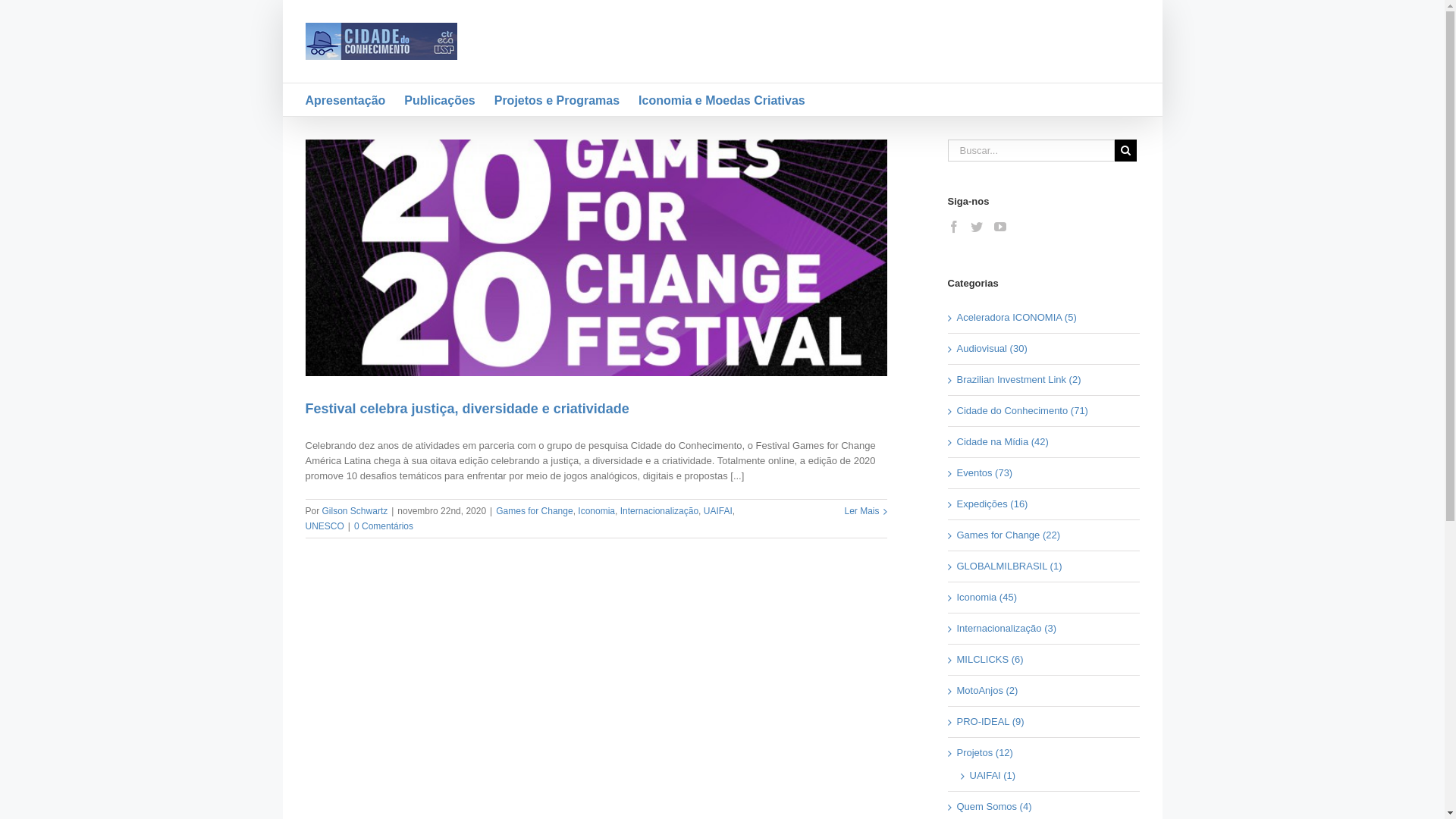 This screenshot has width=1456, height=819. I want to click on 'Games for Change', so click(534, 511).